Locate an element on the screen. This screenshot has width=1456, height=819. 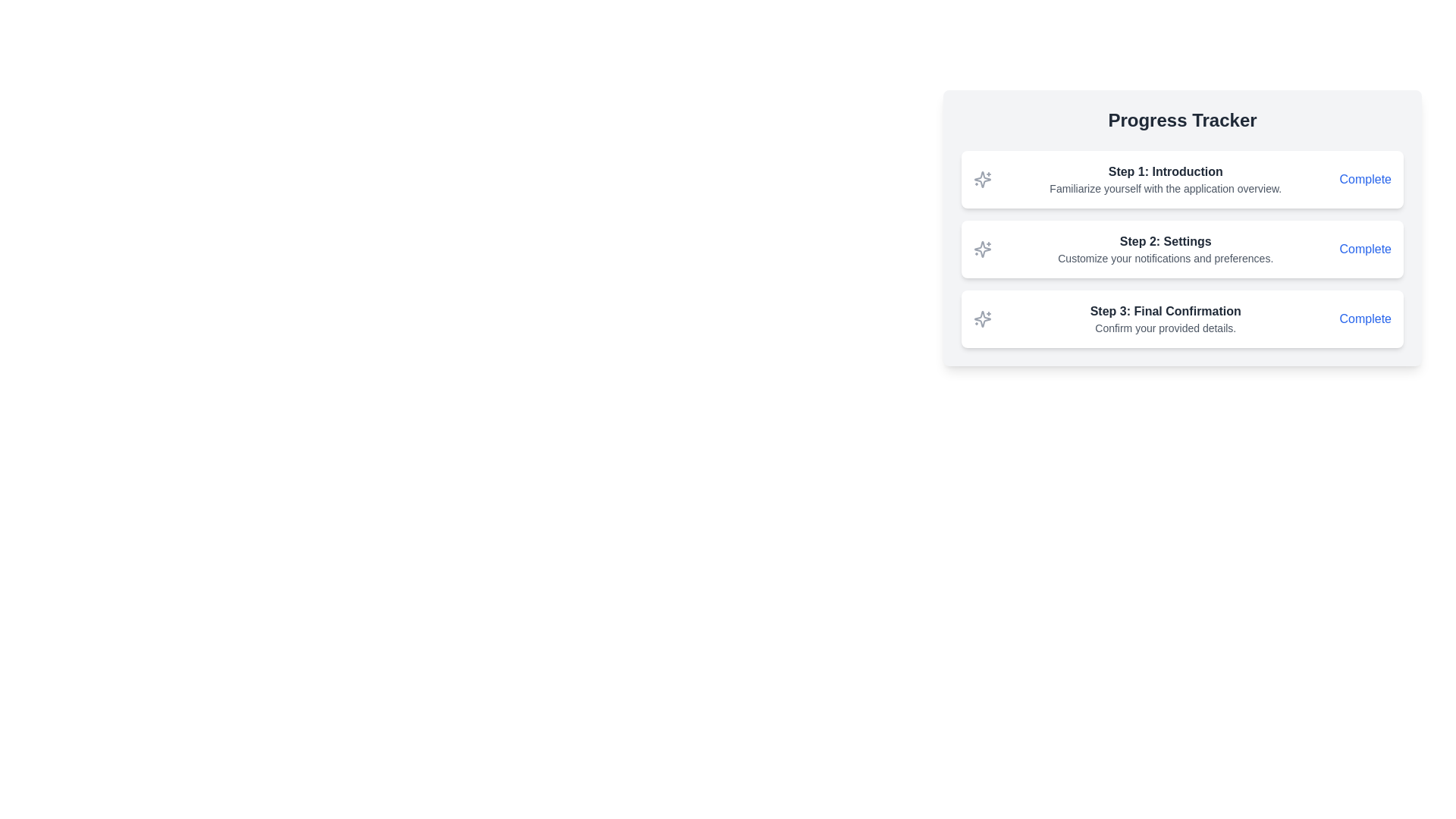
text label indicating the first step in the Progress Tracker, which is located above 'Step 2: Settings' is located at coordinates (1165, 171).